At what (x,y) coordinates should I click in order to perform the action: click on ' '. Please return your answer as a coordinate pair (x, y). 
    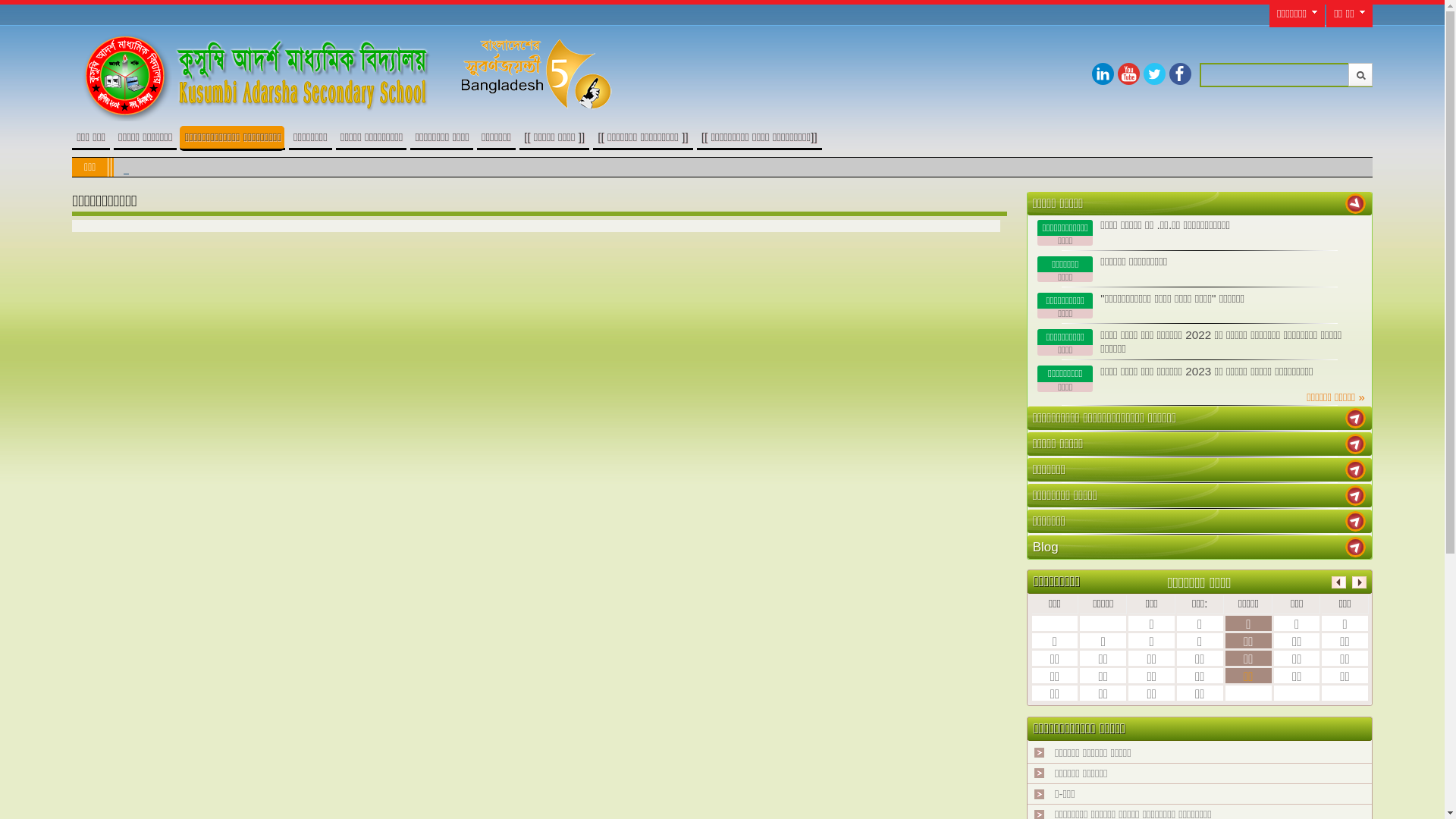
    Looking at the image, I should click on (1355, 418).